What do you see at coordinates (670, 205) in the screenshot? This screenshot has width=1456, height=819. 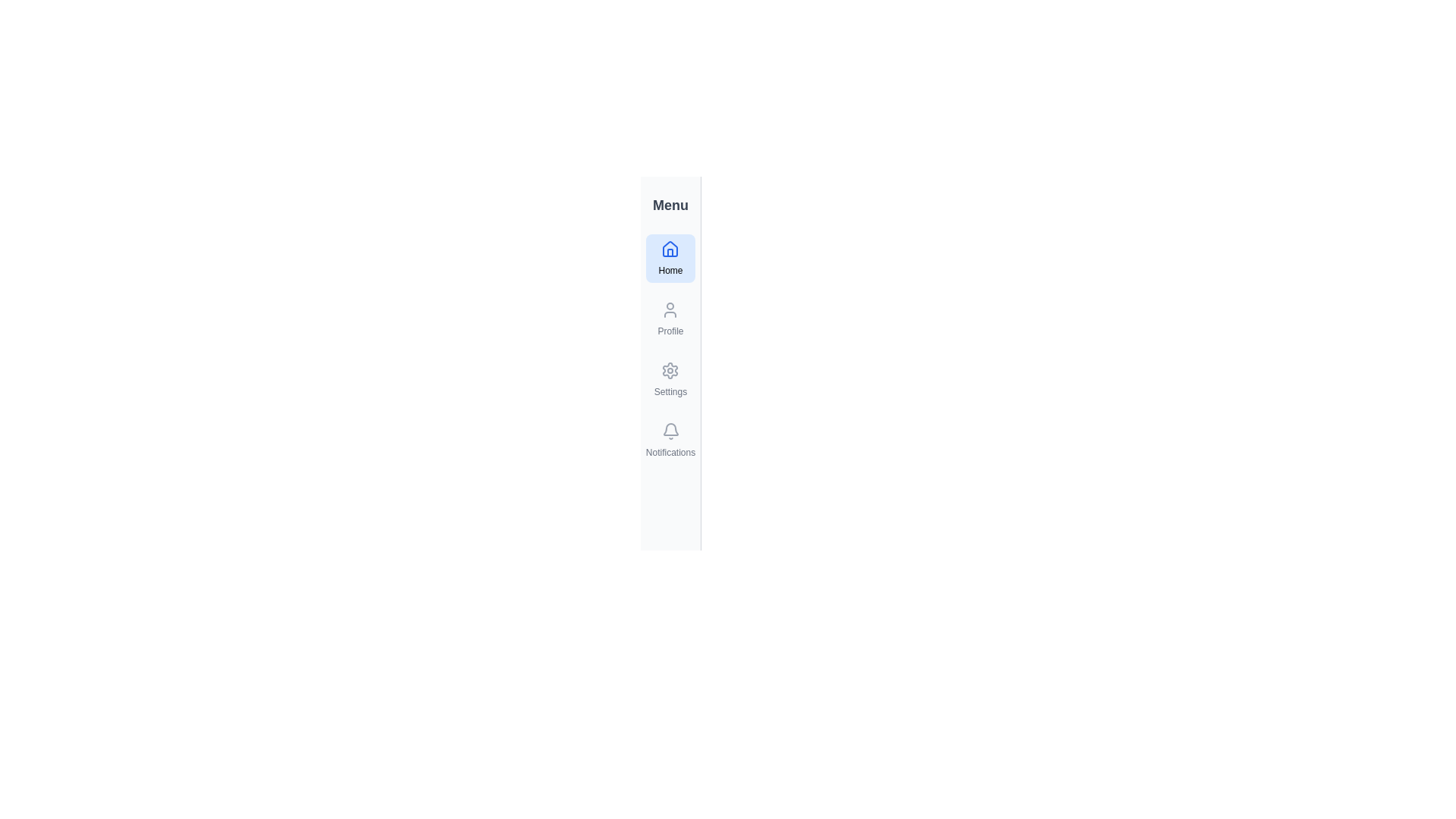 I see `the 'Menu' label, which is a bold gray text at the top of the vertical sidebar, serving as the title for the navigation section` at bounding box center [670, 205].